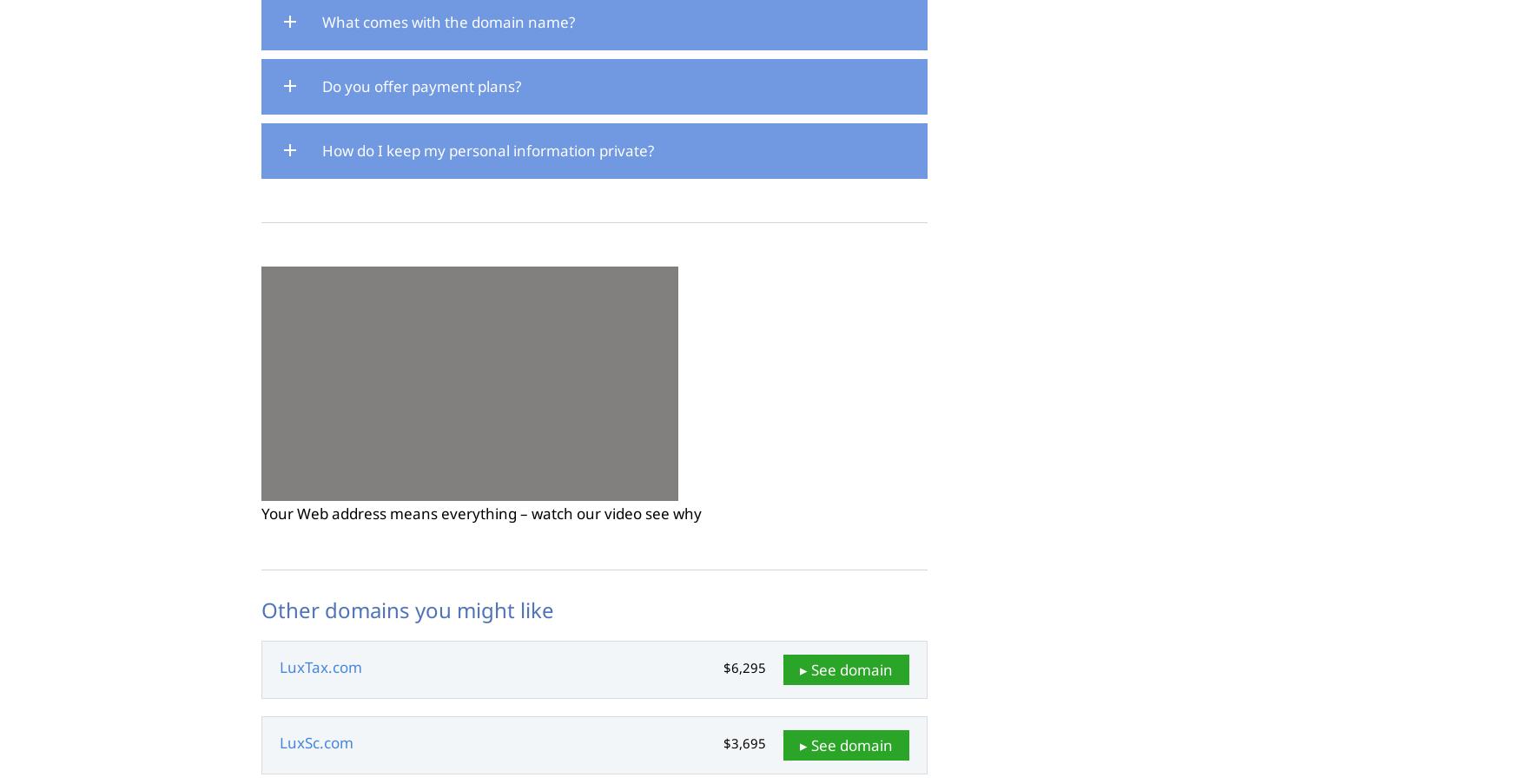 This screenshot has width=1539, height=784. What do you see at coordinates (406, 609) in the screenshot?
I see `'Other domains you might like'` at bounding box center [406, 609].